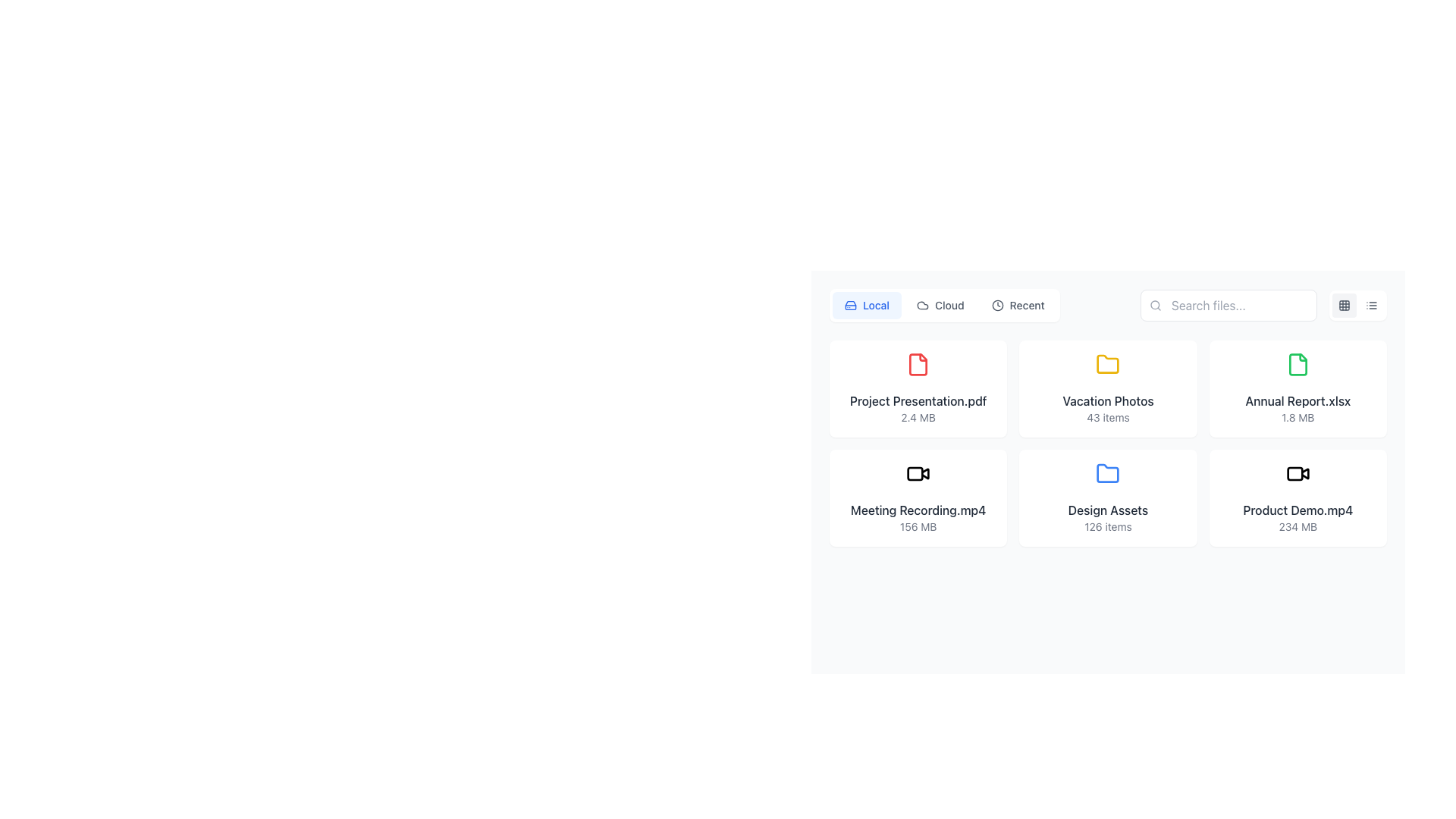 Image resolution: width=1456 pixels, height=819 pixels. I want to click on the local storage icon located to the left of the 'Local' label, so click(851, 305).